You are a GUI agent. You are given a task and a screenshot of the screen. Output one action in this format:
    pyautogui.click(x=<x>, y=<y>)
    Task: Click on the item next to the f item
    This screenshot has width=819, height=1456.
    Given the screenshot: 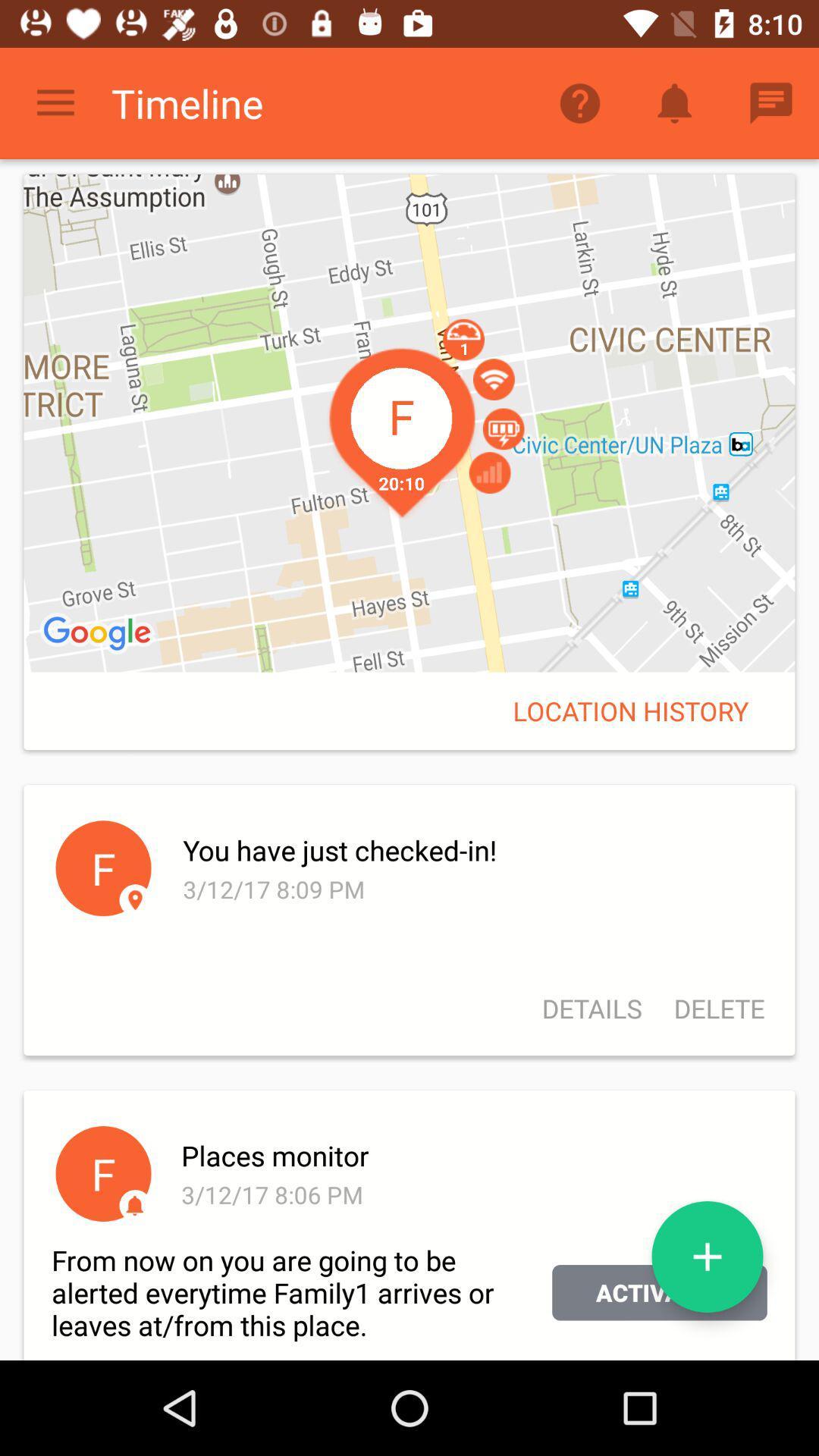 What is the action you would take?
    pyautogui.click(x=472, y=850)
    